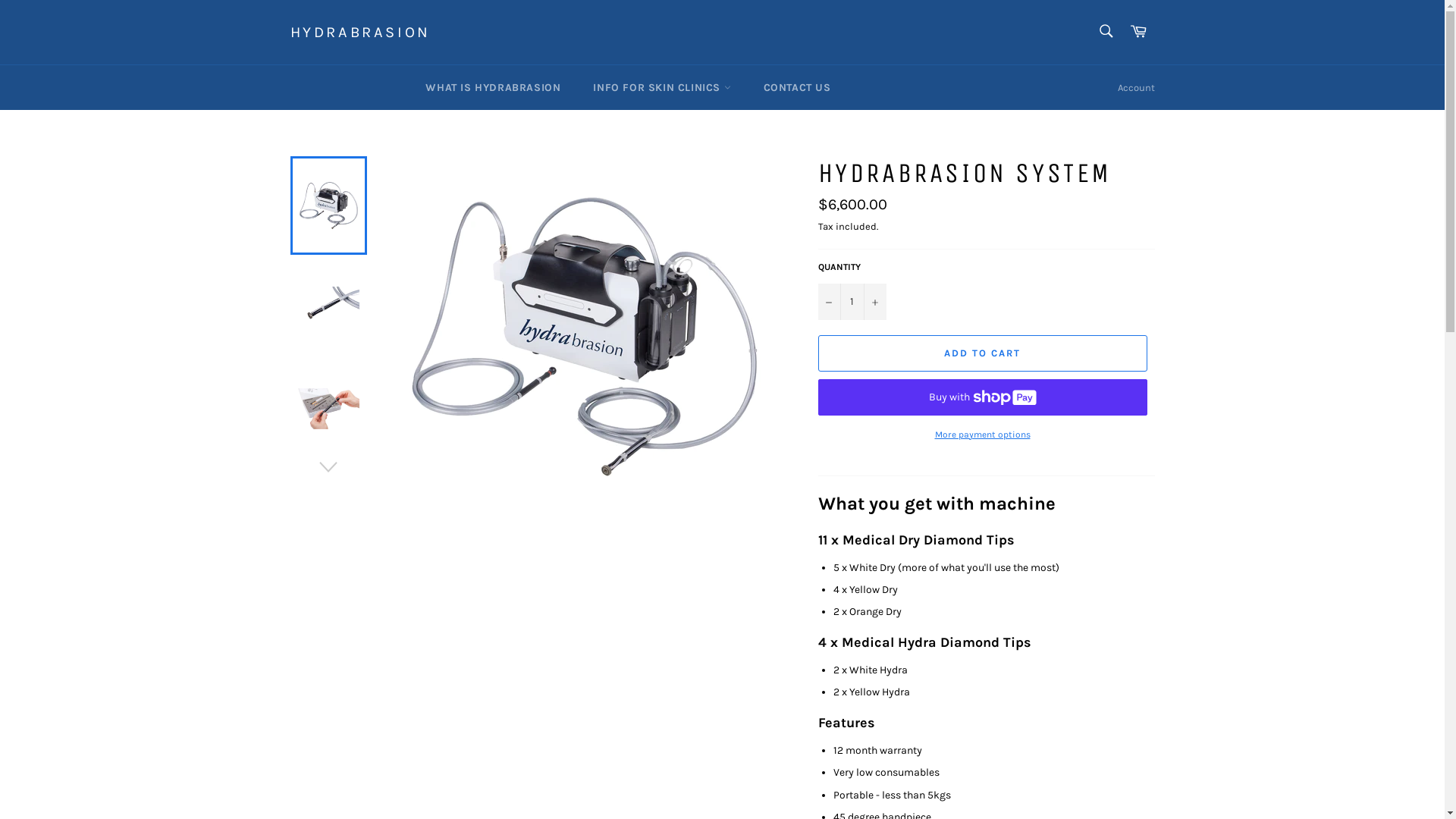 The image size is (1456, 819). Describe the element at coordinates (1136, 87) in the screenshot. I see `'Account'` at that location.